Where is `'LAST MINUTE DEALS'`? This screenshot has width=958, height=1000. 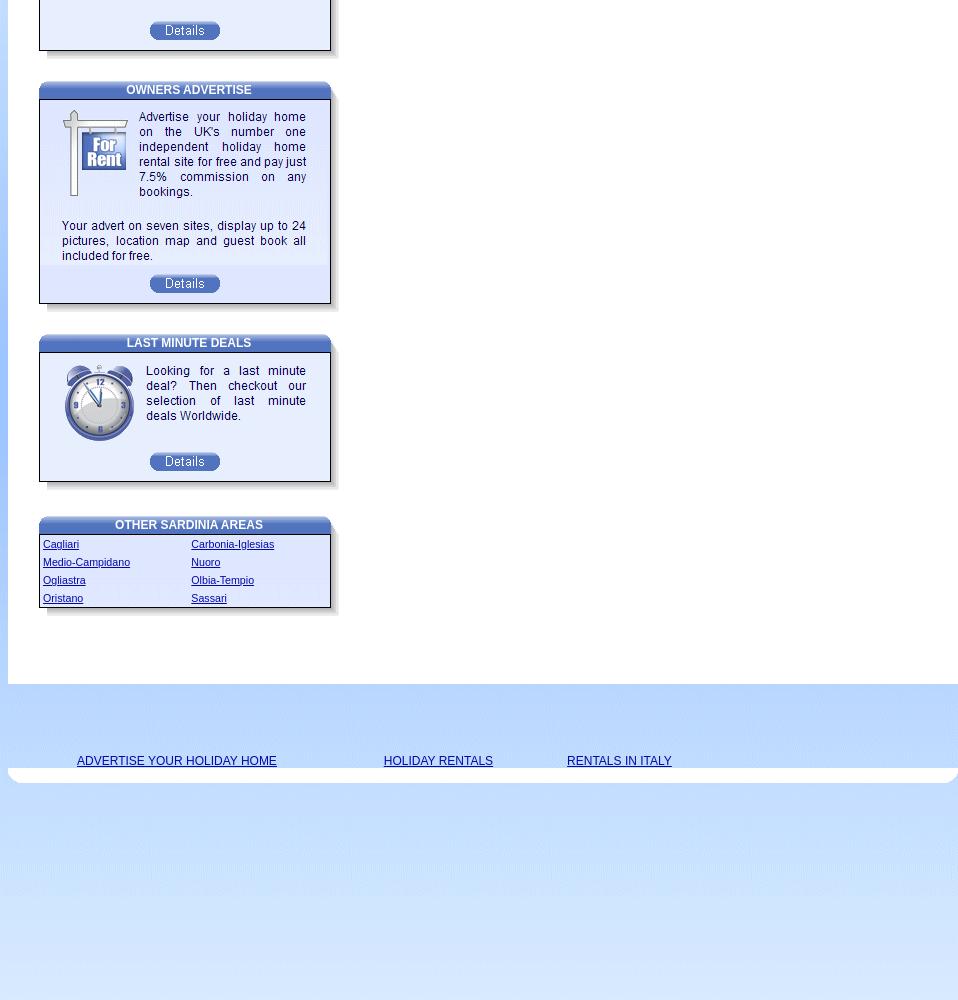
'LAST MINUTE DEALS' is located at coordinates (187, 342).